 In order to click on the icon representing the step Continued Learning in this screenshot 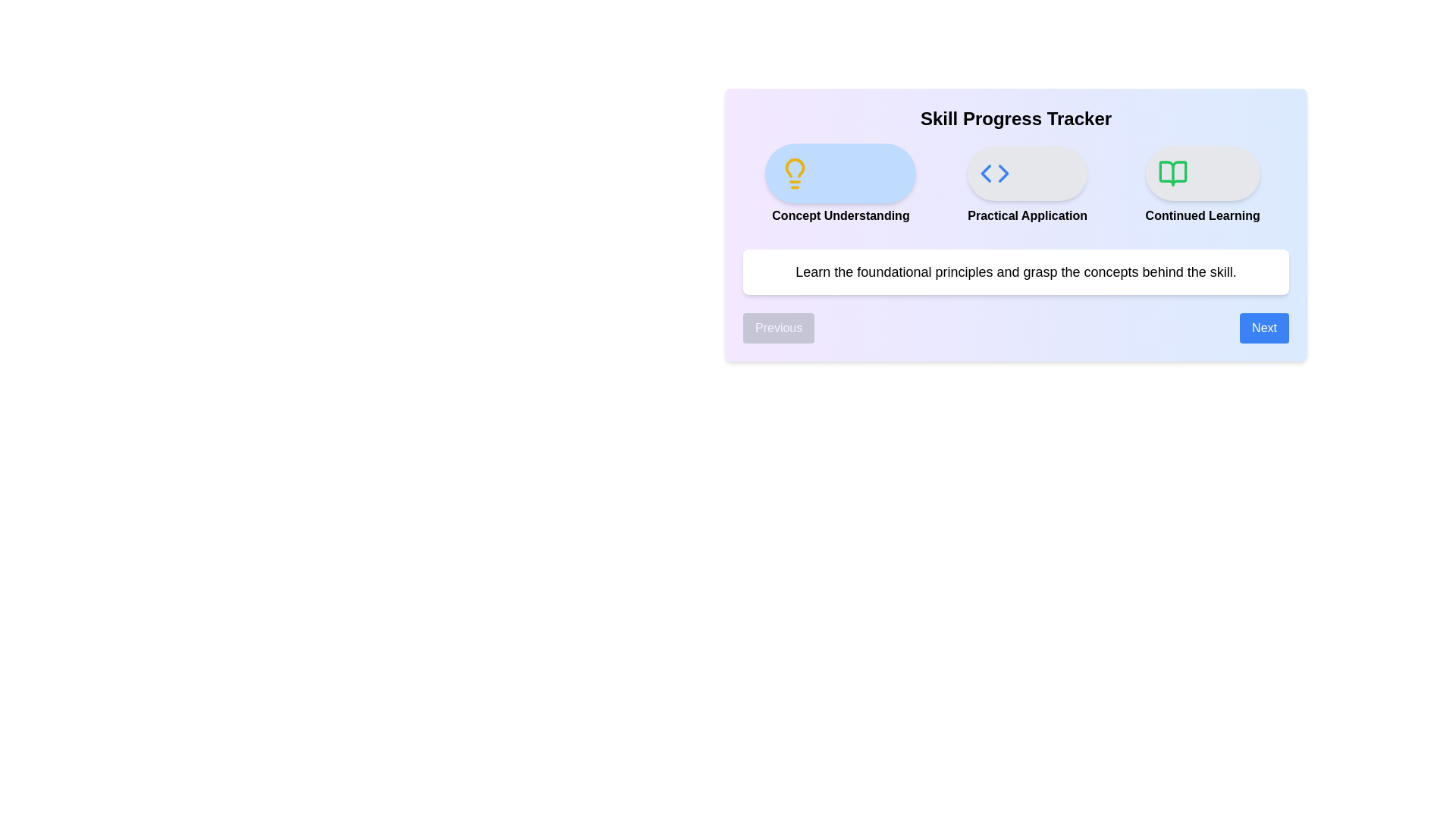, I will do `click(1202, 172)`.